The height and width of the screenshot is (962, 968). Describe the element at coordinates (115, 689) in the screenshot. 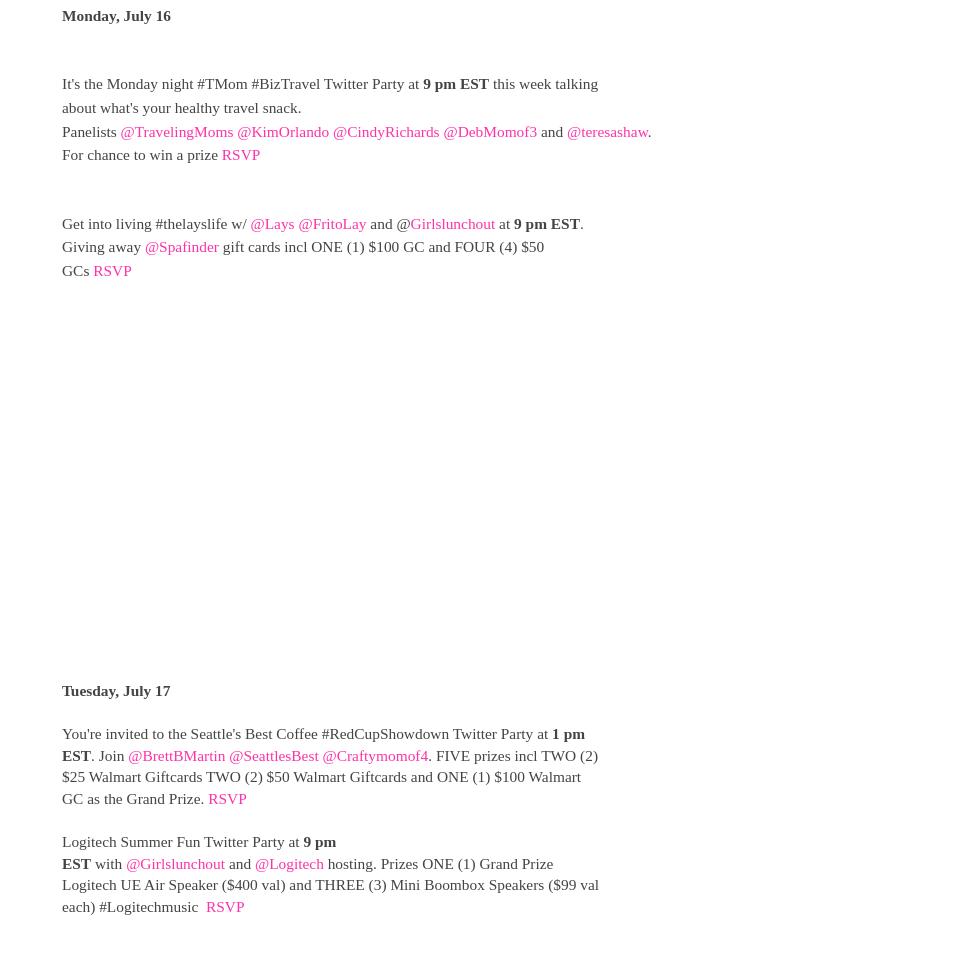

I see `'Tuesday, July 17'` at that location.